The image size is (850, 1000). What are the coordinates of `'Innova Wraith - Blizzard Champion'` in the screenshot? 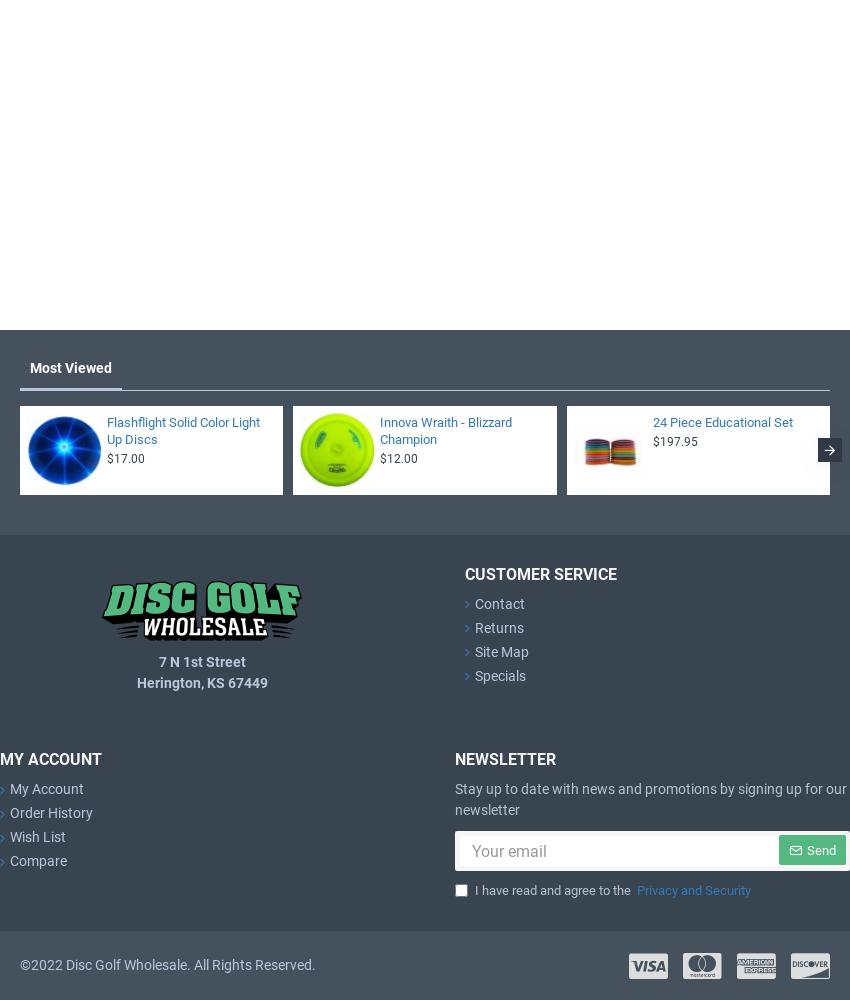 It's located at (444, 430).